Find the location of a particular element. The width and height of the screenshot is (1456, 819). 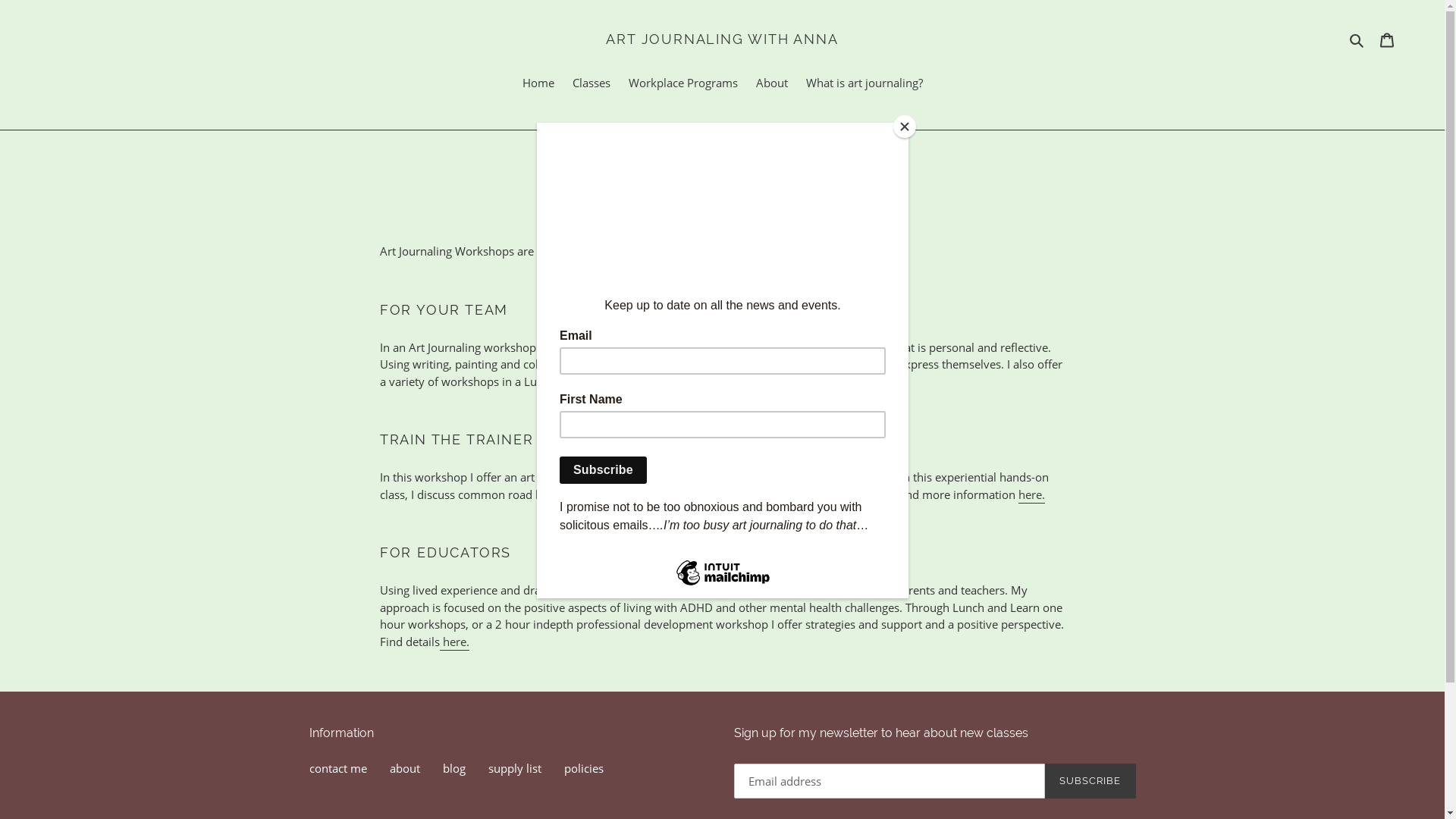

'Home' is located at coordinates (538, 84).